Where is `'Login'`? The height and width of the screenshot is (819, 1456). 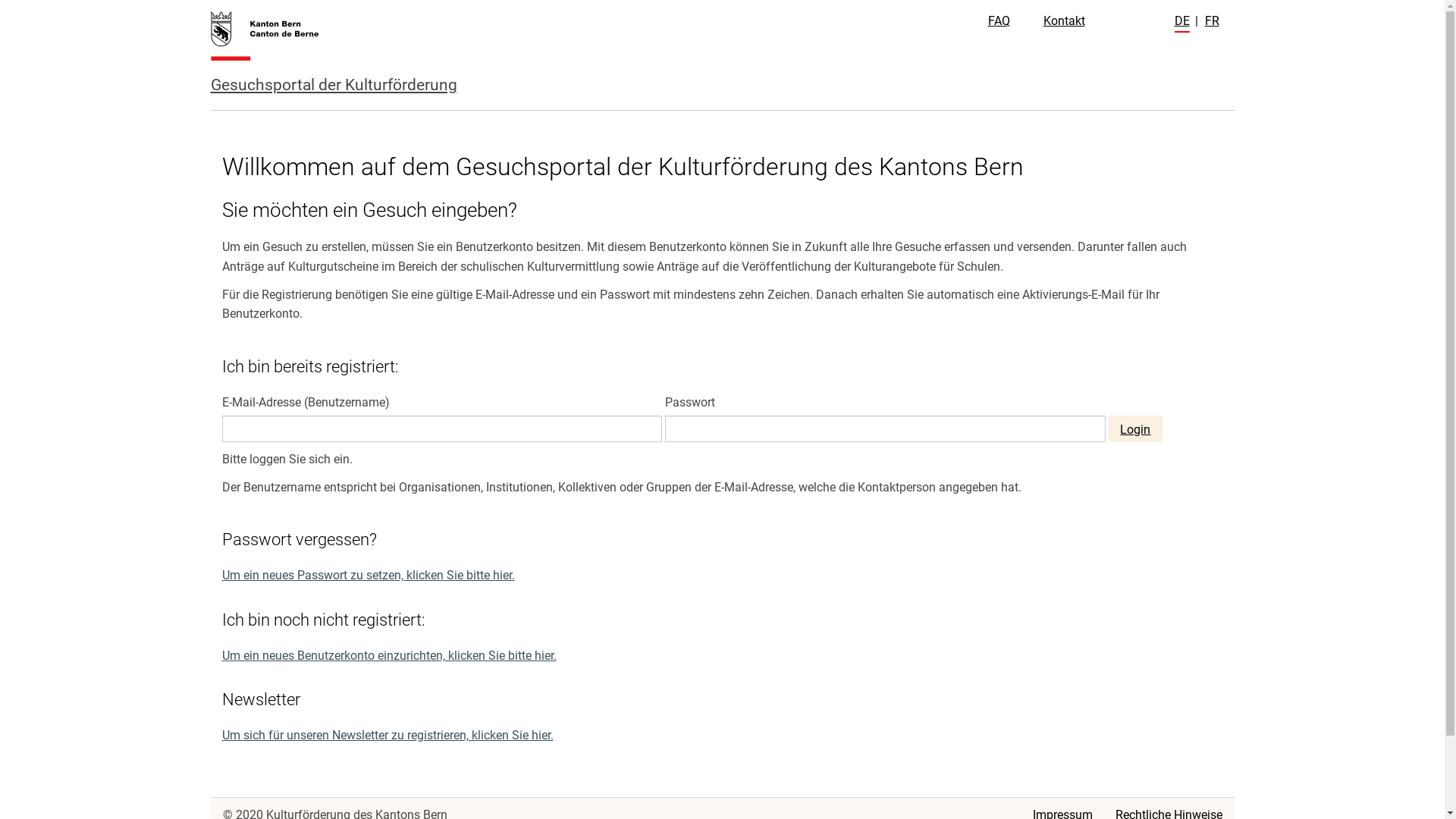 'Login' is located at coordinates (1109, 428).